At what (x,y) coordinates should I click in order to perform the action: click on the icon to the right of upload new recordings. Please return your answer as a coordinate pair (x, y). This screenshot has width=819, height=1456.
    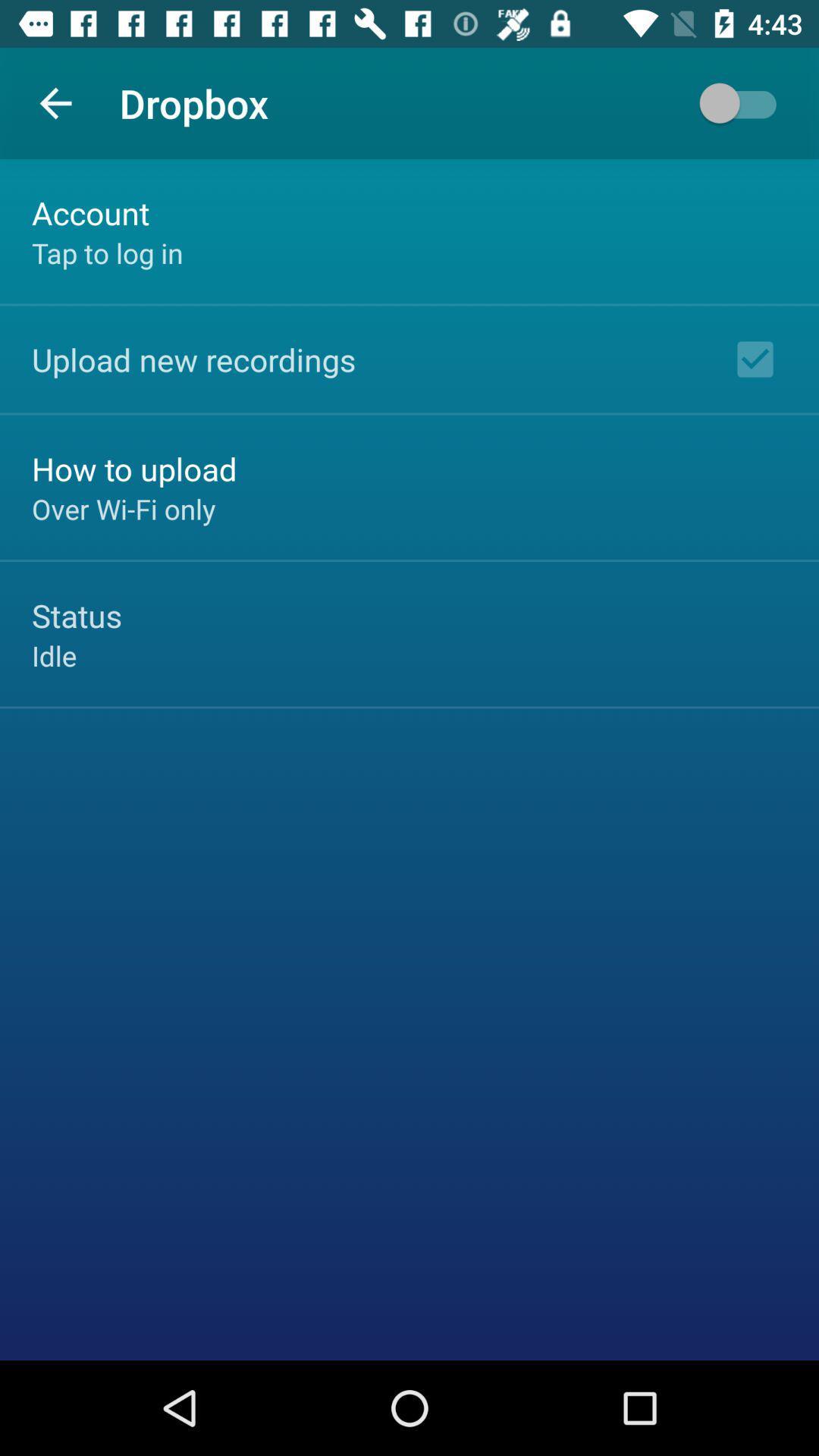
    Looking at the image, I should click on (755, 359).